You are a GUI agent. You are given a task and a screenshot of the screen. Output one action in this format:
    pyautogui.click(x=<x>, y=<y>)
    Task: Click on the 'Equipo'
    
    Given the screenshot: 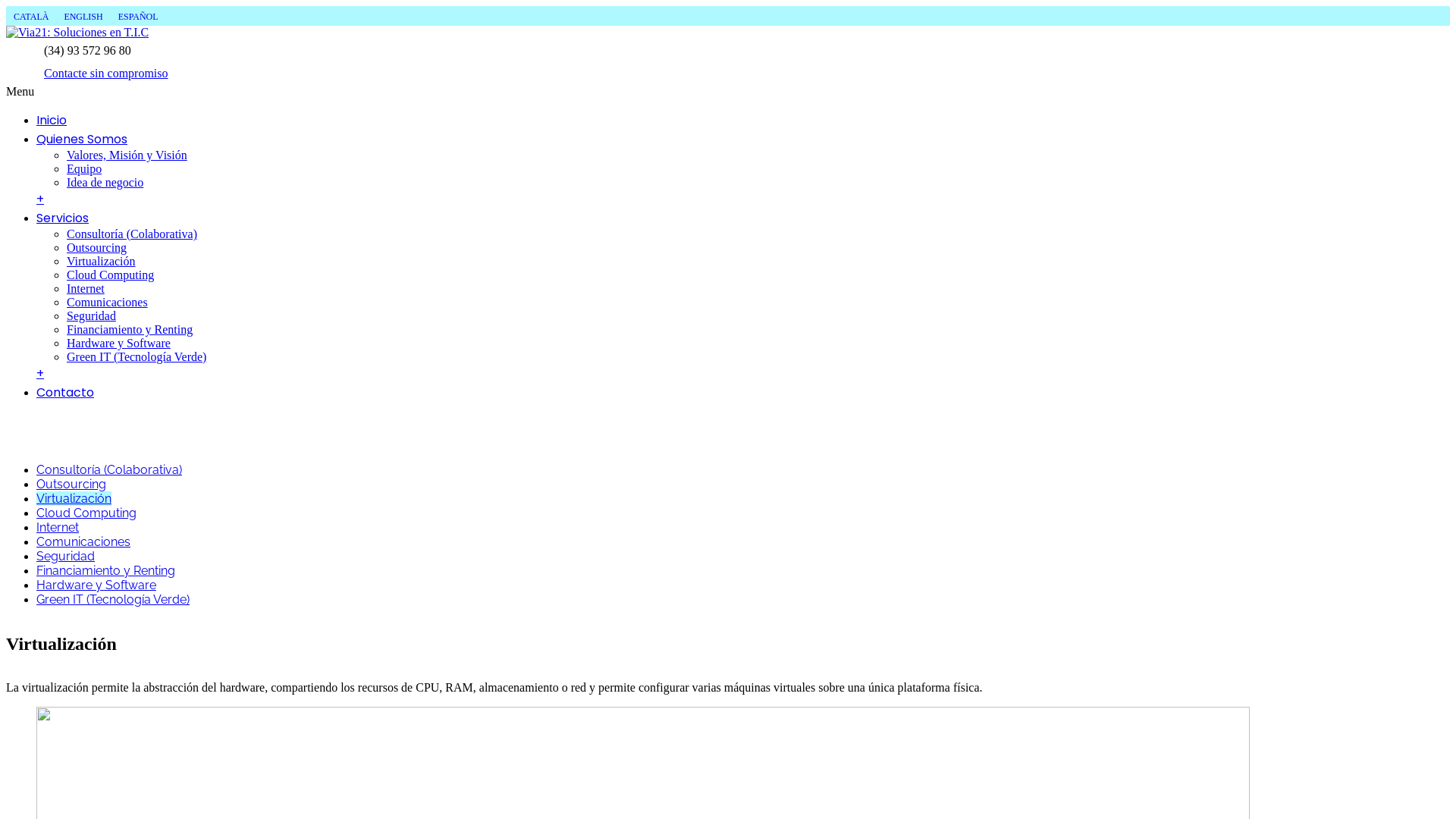 What is the action you would take?
    pyautogui.click(x=65, y=168)
    